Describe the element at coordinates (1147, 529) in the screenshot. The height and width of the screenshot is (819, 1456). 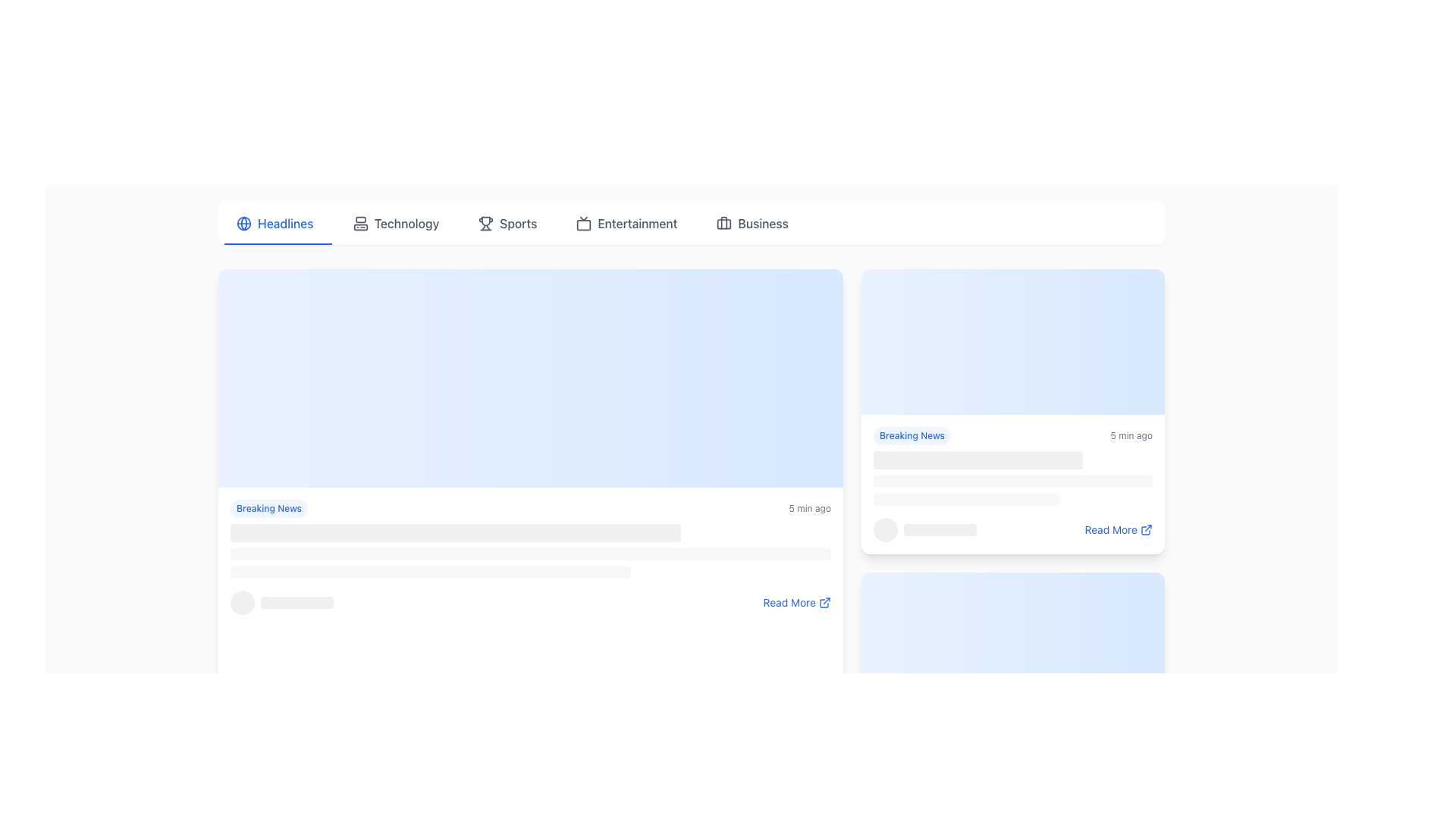
I see `the external link icon located immediately to the right of the 'Read More' text in the second column of the layout` at that location.